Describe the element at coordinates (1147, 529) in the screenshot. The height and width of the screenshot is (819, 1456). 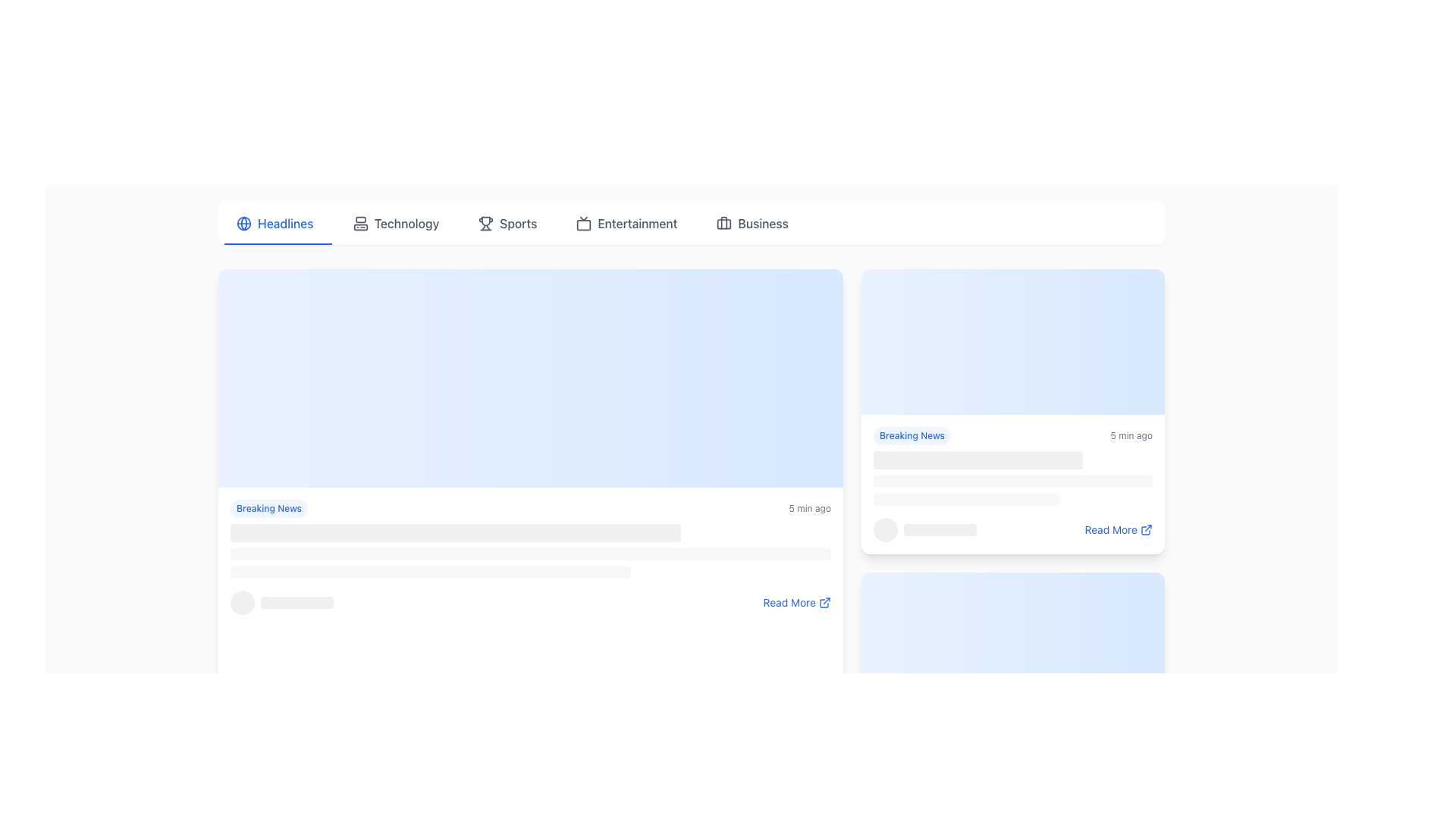
I see `the external link icon located immediately to the right of the 'Read More' text in the second column of the layout` at that location.